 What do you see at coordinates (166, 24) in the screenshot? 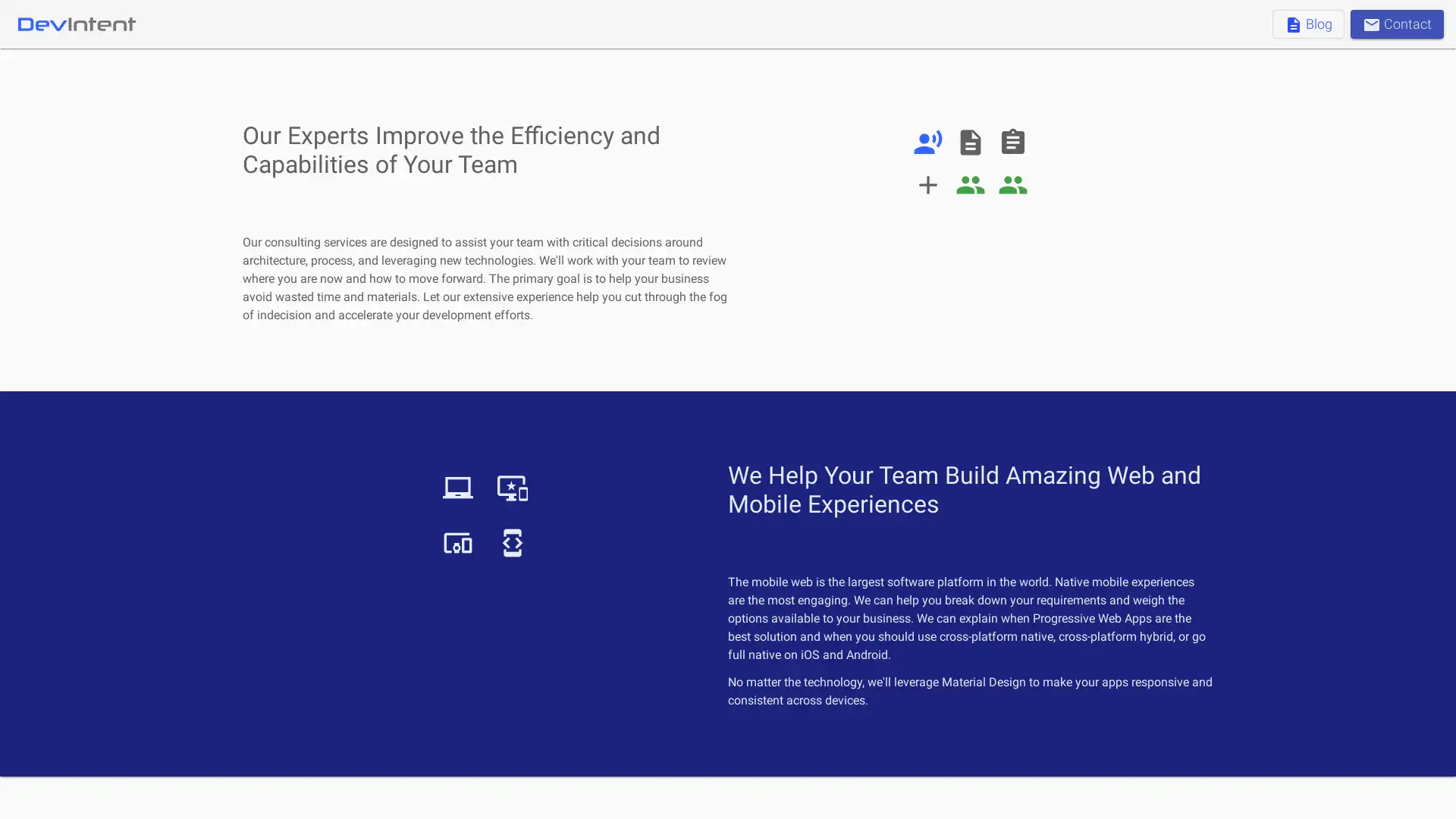
I see `Skip to main content` at bounding box center [166, 24].